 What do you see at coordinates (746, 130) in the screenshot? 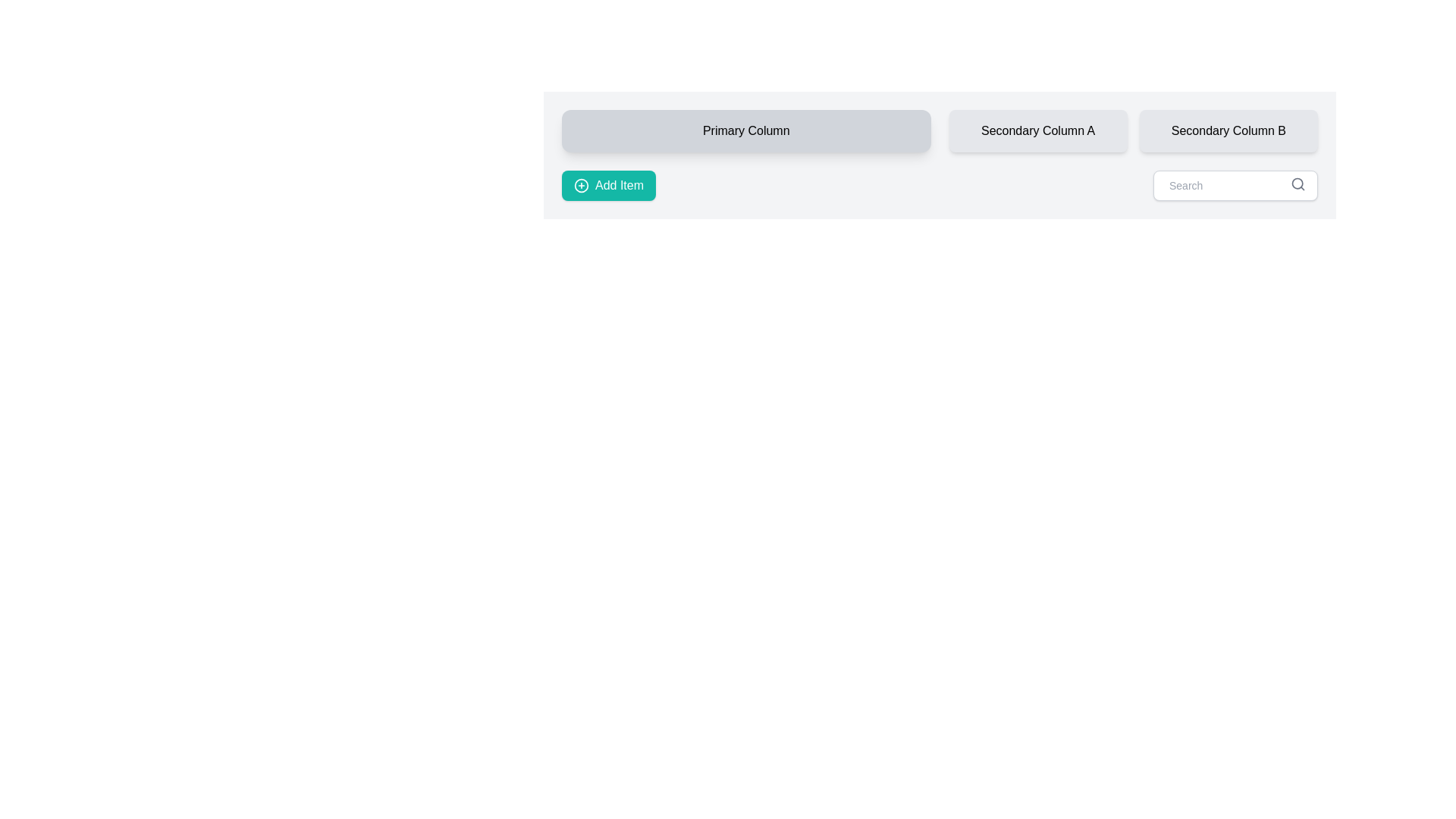
I see `the static label or section header with the bold text 'Primary Column', which is a rounded rectangular box styled with a gray background` at bounding box center [746, 130].